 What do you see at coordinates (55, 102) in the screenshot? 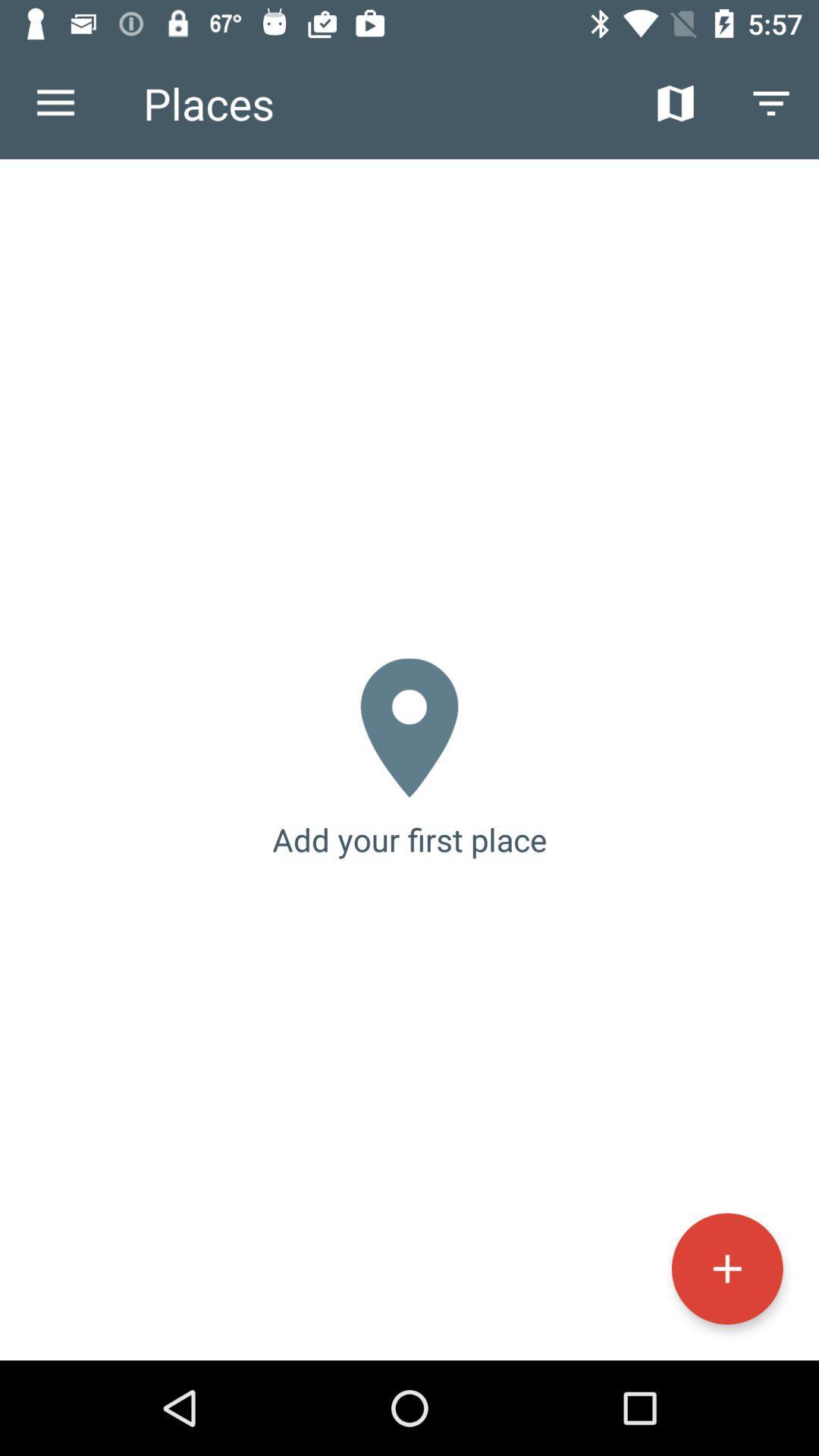
I see `the item next to the places` at bounding box center [55, 102].